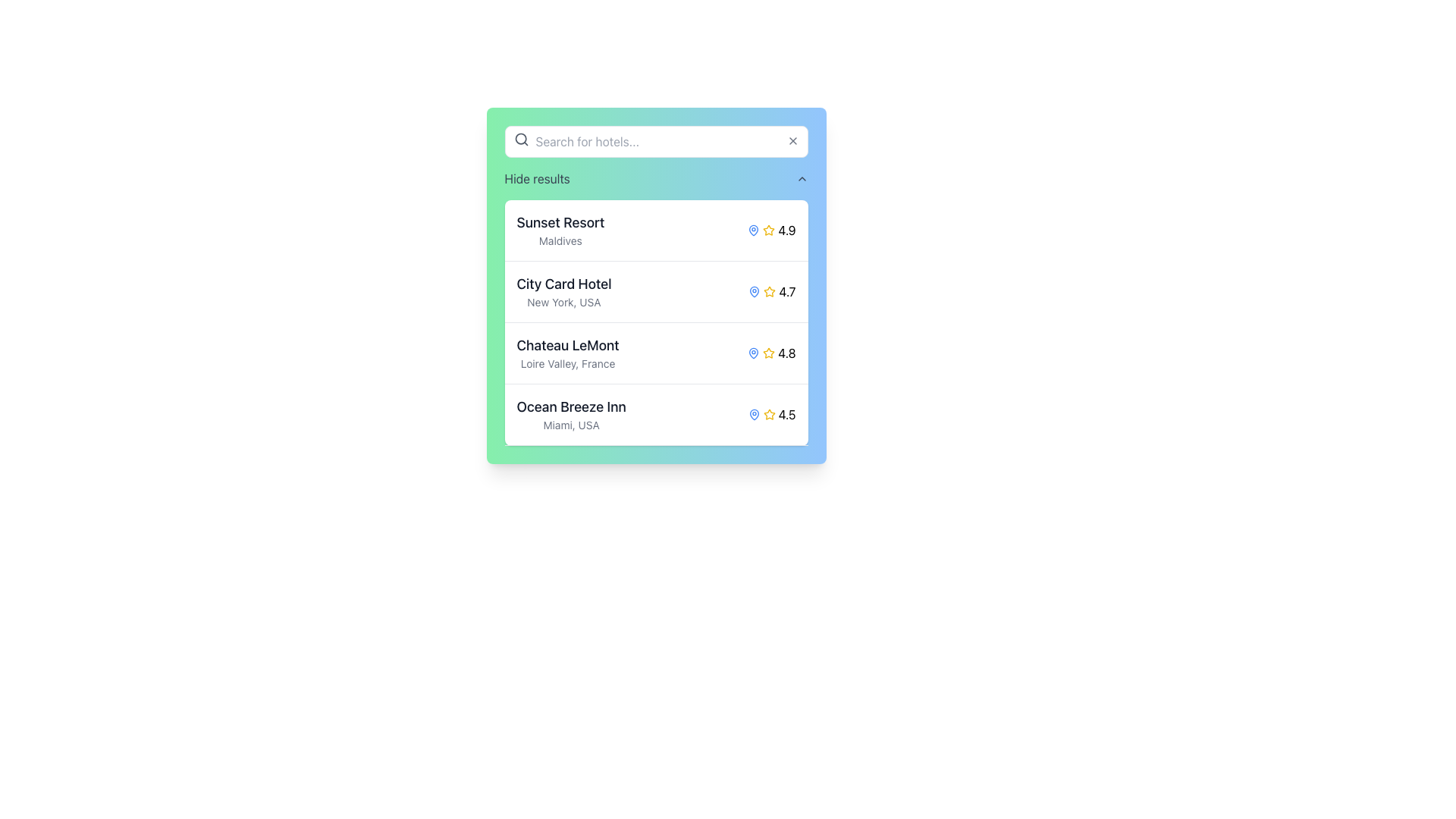  What do you see at coordinates (566, 363) in the screenshot?
I see `the static text label displaying 'Loire Valley, France' located beneath 'Chateau LeMont' in the list` at bounding box center [566, 363].